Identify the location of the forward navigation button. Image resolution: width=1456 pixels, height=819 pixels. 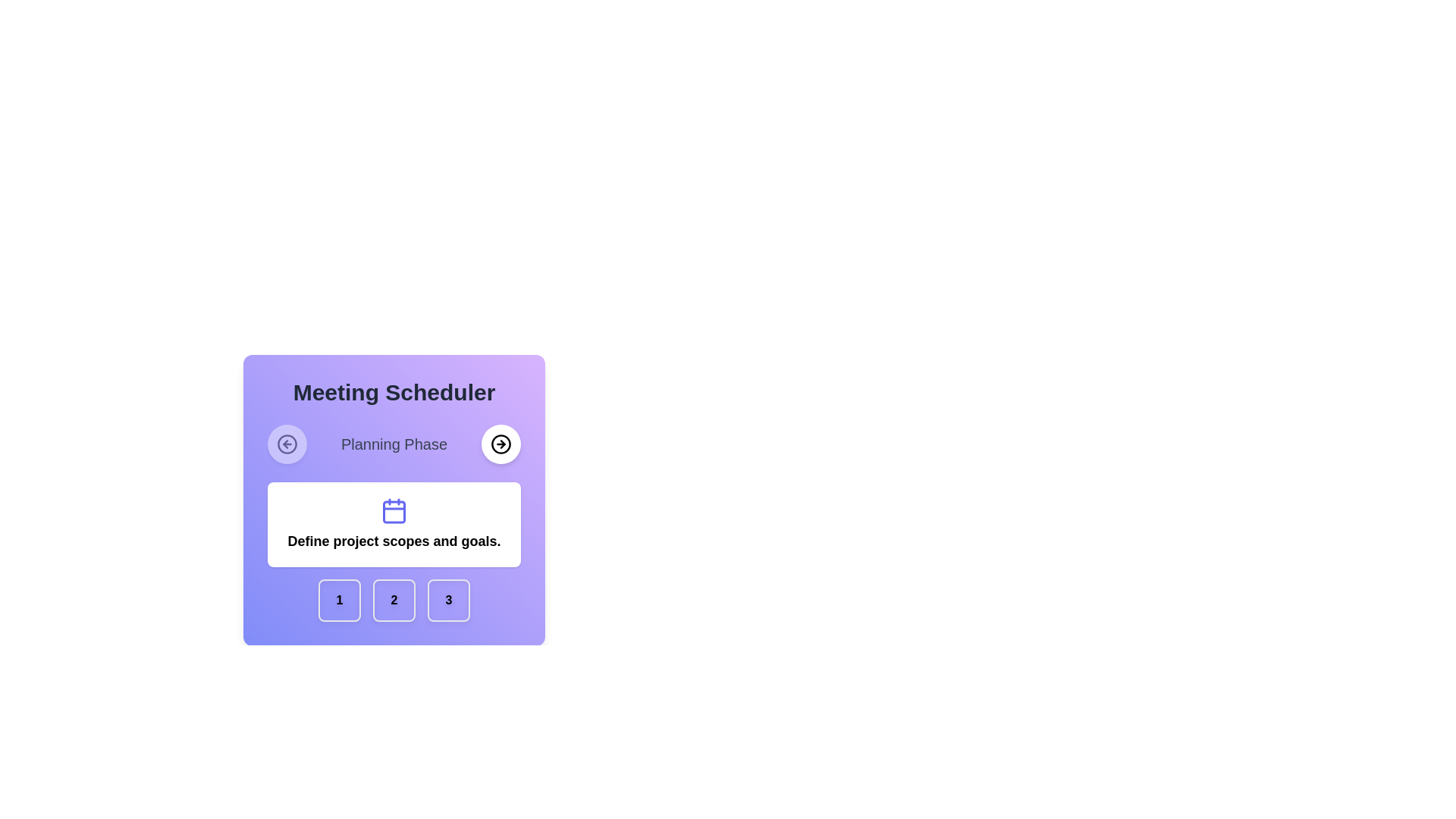
(501, 444).